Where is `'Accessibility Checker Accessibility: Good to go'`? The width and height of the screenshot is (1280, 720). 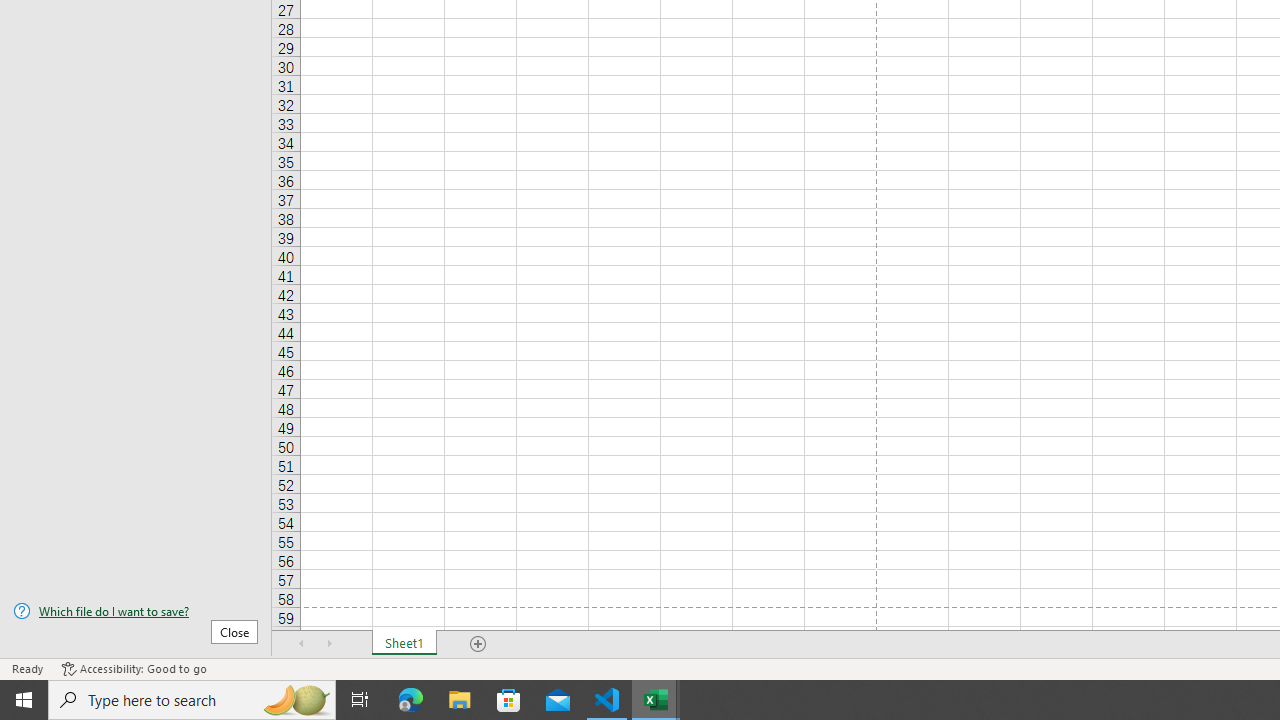
'Accessibility Checker Accessibility: Good to go' is located at coordinates (133, 669).